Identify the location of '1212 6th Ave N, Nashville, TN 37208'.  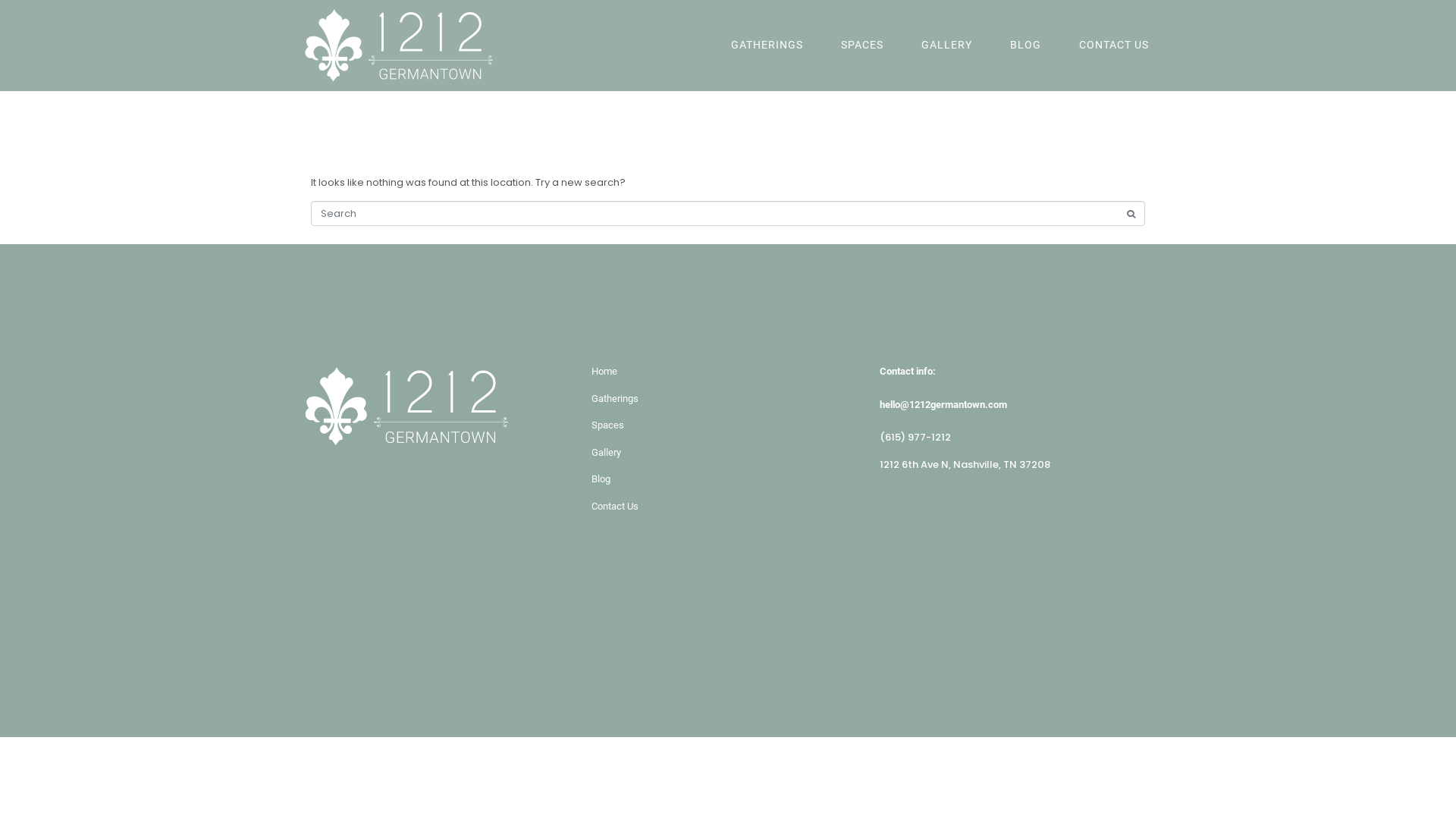
(964, 463).